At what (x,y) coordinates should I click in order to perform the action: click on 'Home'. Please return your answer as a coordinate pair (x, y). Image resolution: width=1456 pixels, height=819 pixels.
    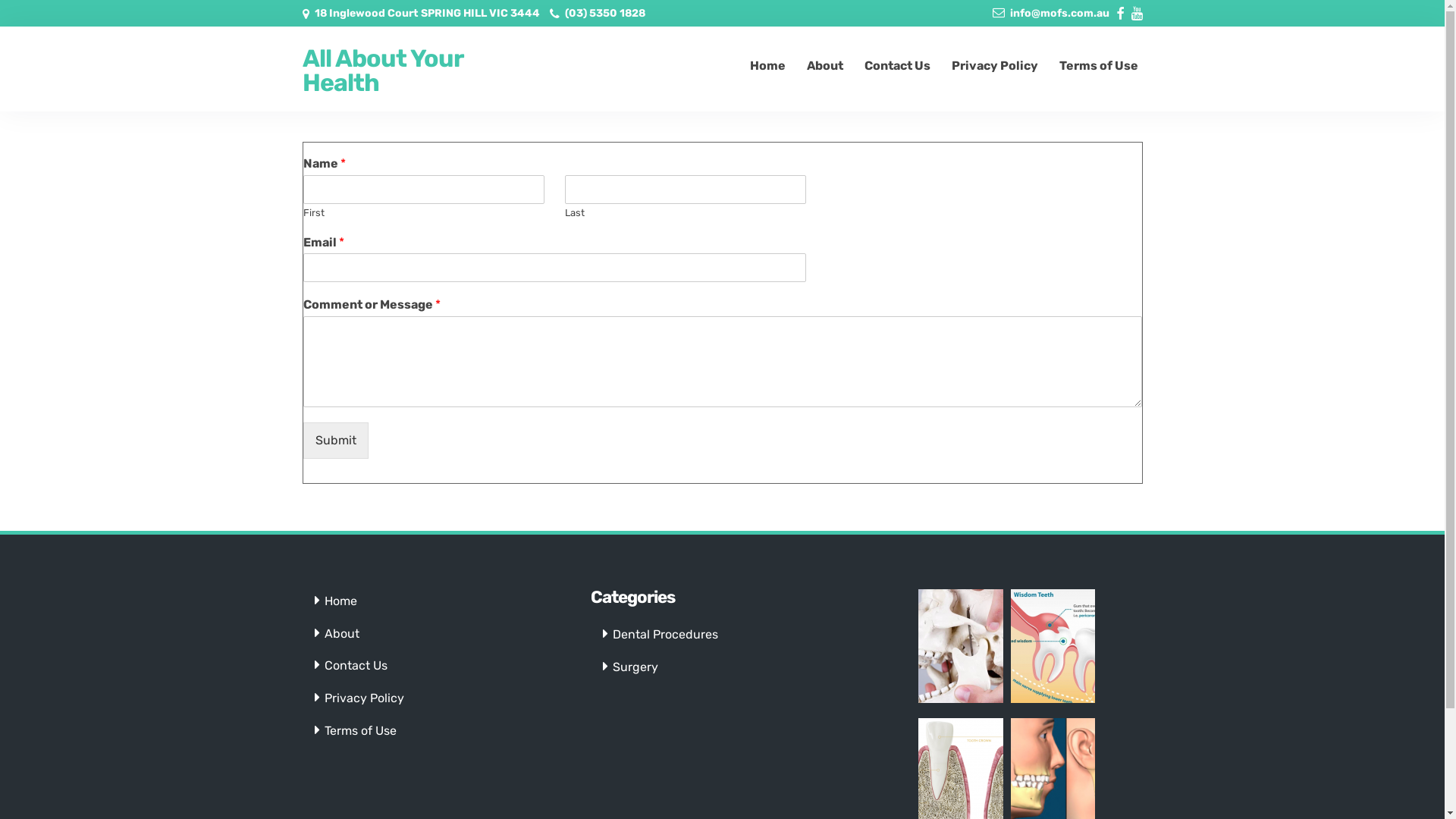
    Looking at the image, I should click on (767, 65).